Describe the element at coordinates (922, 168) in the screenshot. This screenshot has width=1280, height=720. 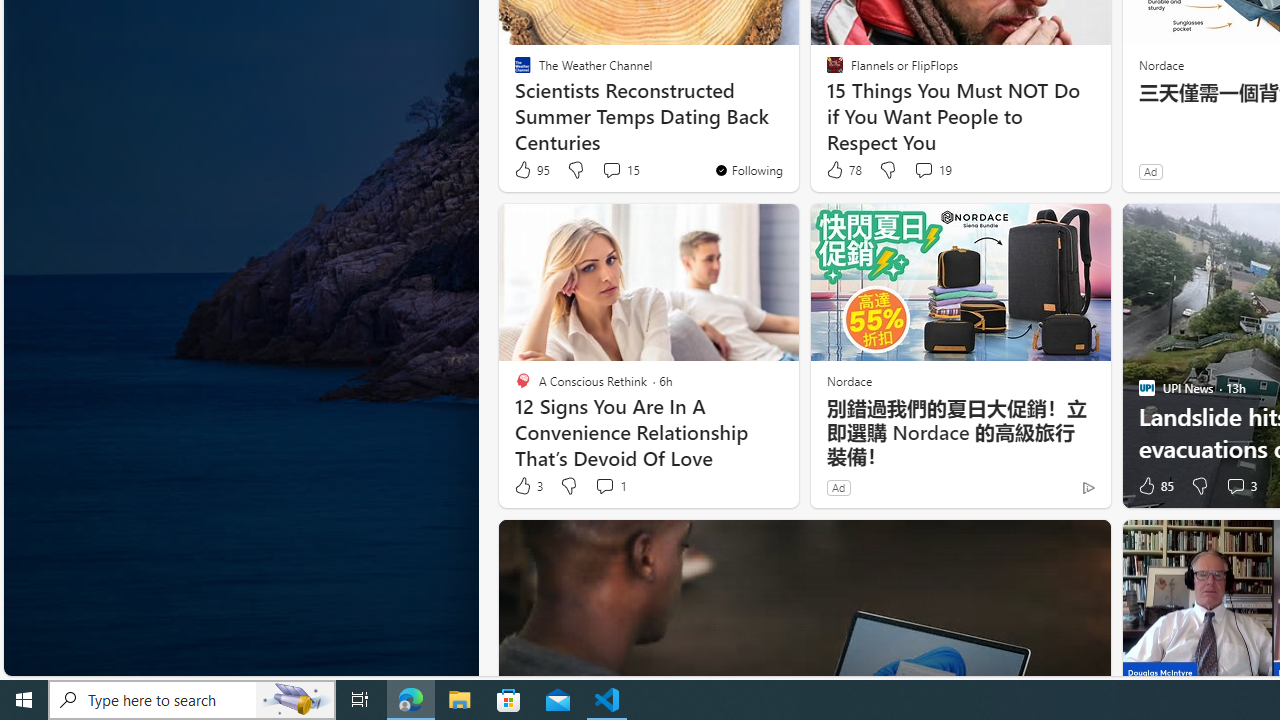
I see `'View comments 19 Comment'` at that location.